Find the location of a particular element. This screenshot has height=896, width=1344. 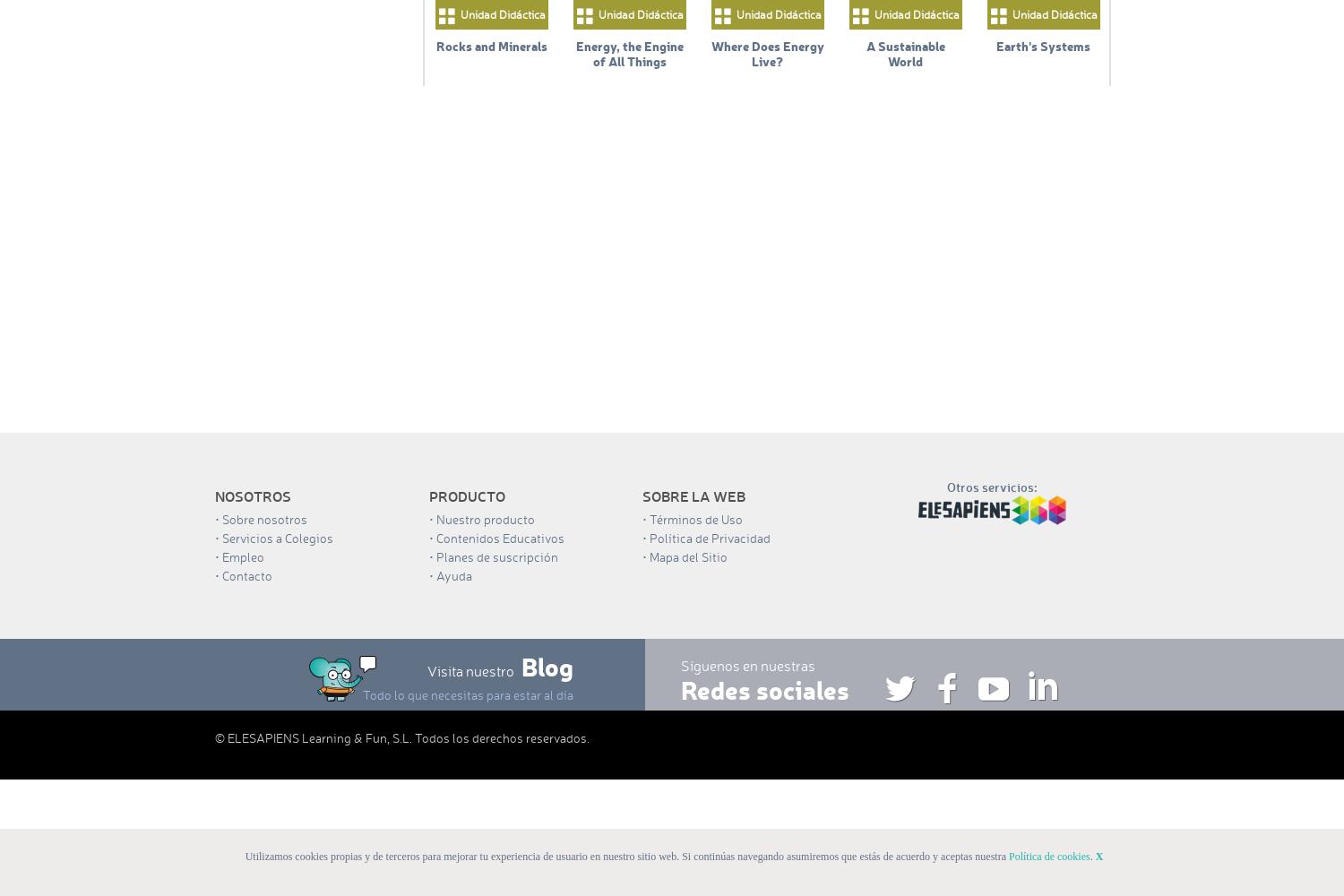

'Nuestro producto' is located at coordinates (485, 518).